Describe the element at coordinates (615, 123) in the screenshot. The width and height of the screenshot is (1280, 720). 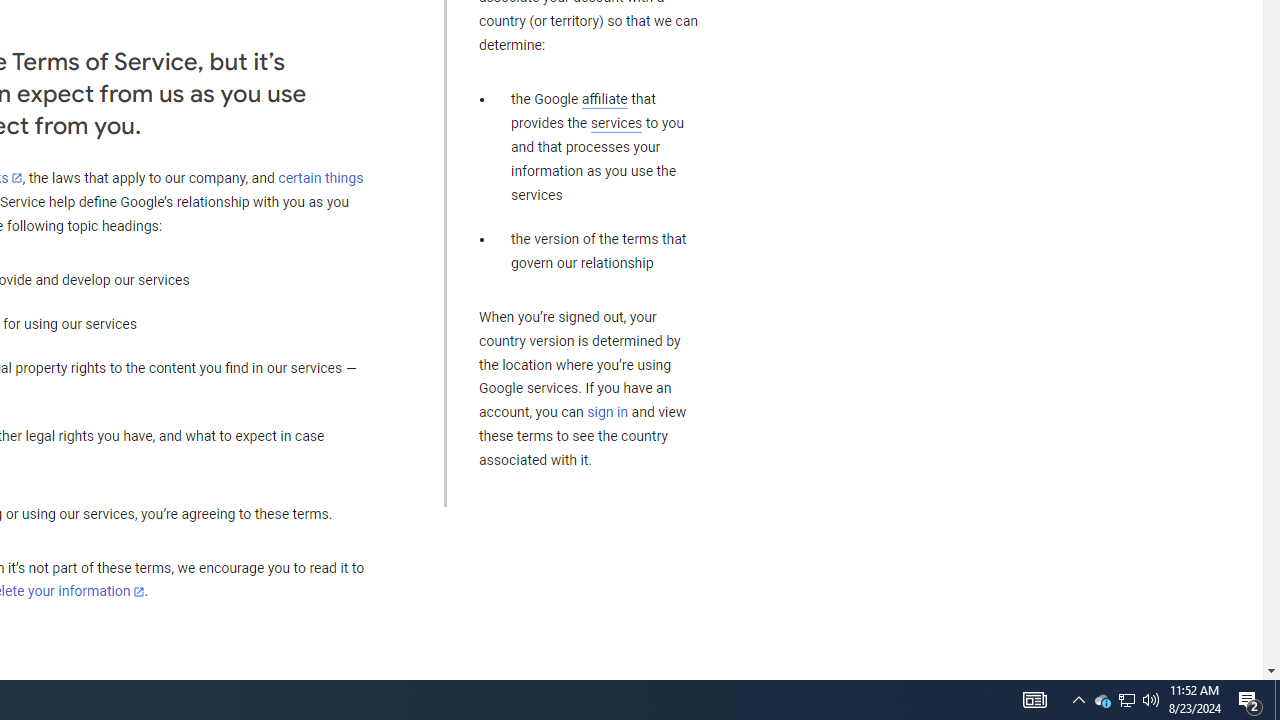
I see `'services'` at that location.